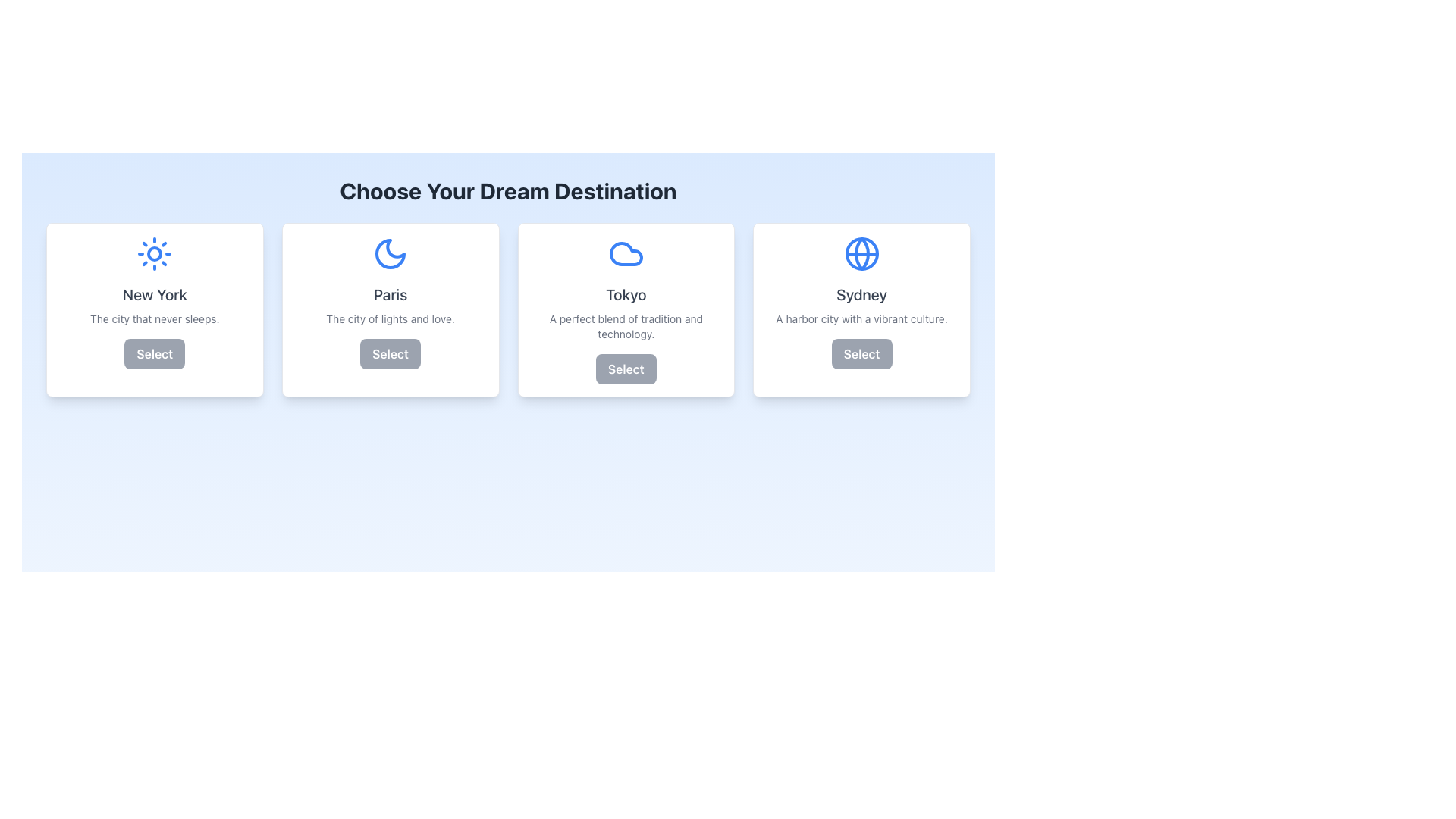 This screenshot has width=1456, height=819. I want to click on the button located centrally within the 'New York' card, positioned below the text 'The city that never sleeps.' to make a selection, so click(155, 353).